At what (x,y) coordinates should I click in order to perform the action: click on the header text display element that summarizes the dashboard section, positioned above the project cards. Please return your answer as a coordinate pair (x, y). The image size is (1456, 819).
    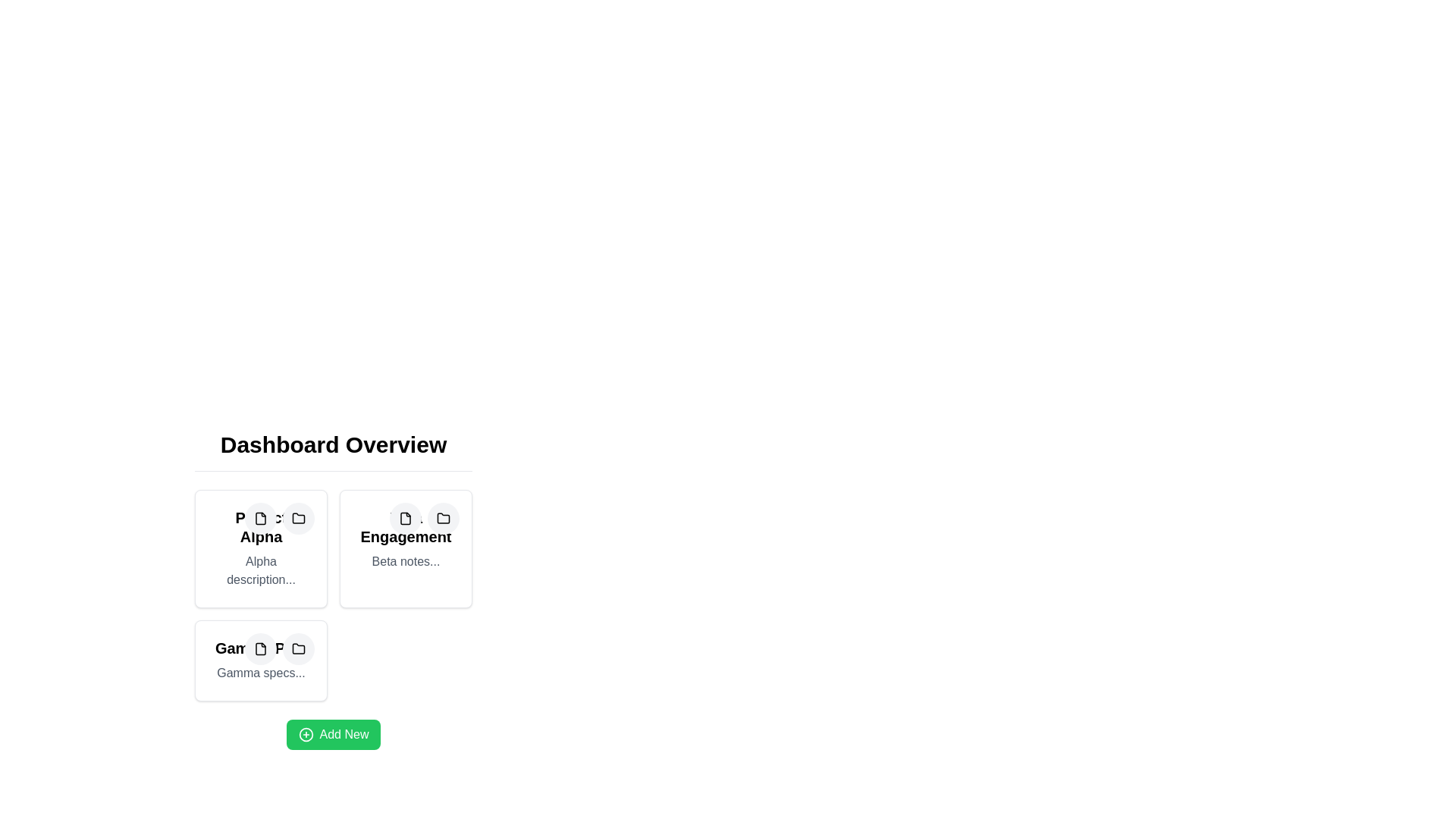
    Looking at the image, I should click on (333, 450).